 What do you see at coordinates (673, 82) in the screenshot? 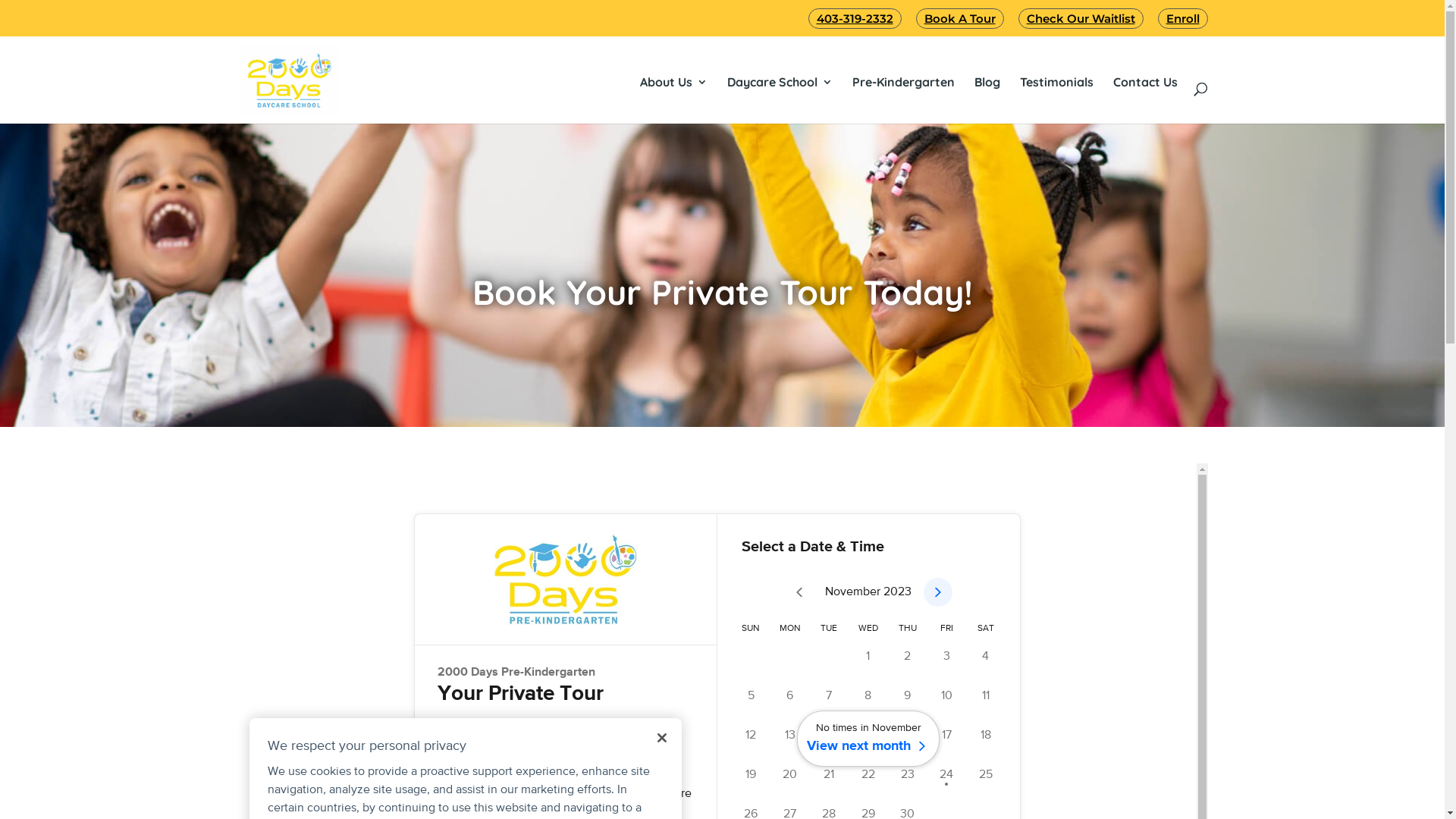
I see `'About Us'` at bounding box center [673, 82].